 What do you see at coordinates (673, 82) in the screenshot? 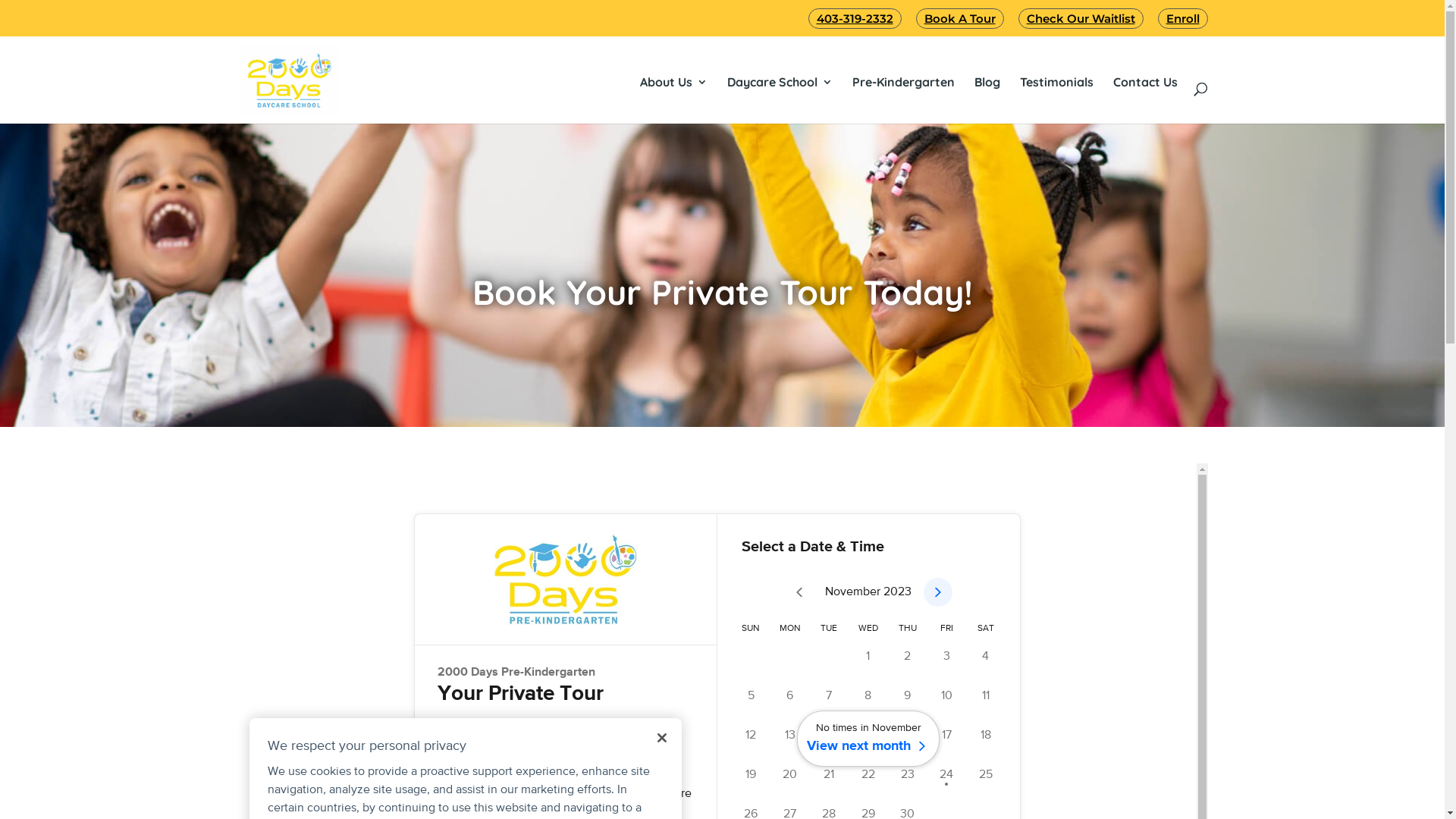
I see `'About Us'` at bounding box center [673, 82].